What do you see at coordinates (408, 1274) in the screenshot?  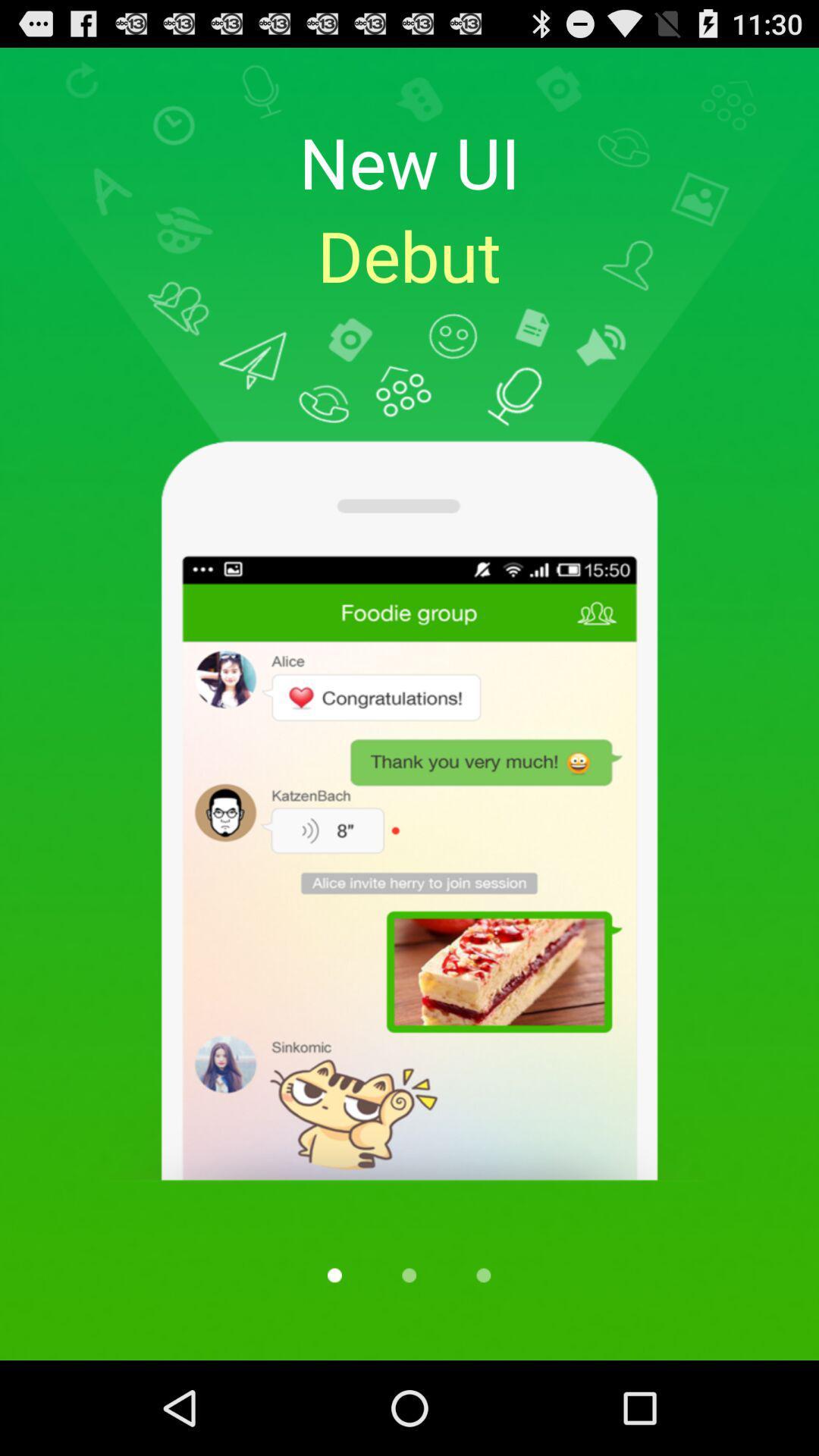 I see `move to page 2 of 3` at bounding box center [408, 1274].